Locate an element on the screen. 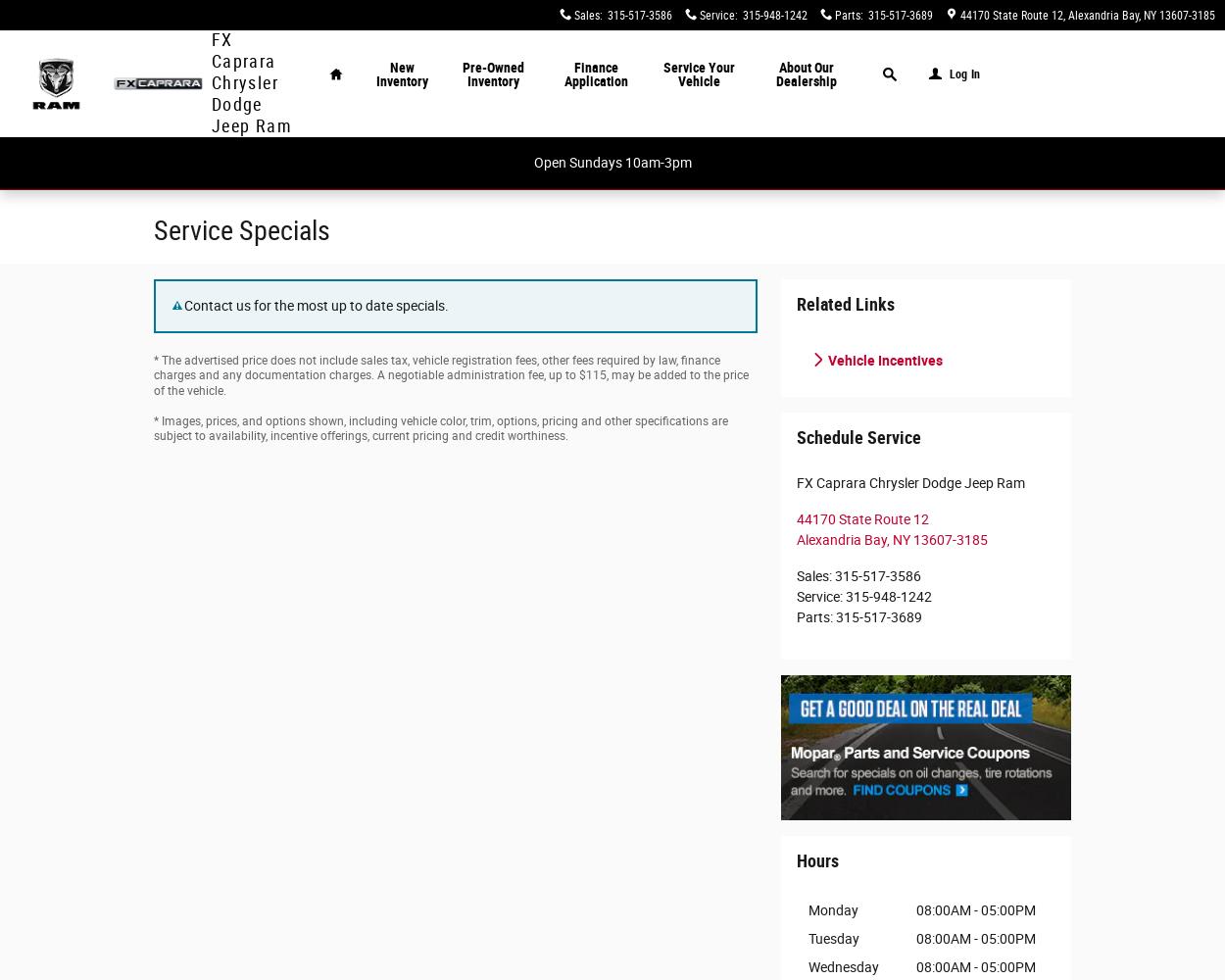 This screenshot has width=1225, height=980. 'About Our Dealership' is located at coordinates (805, 73).